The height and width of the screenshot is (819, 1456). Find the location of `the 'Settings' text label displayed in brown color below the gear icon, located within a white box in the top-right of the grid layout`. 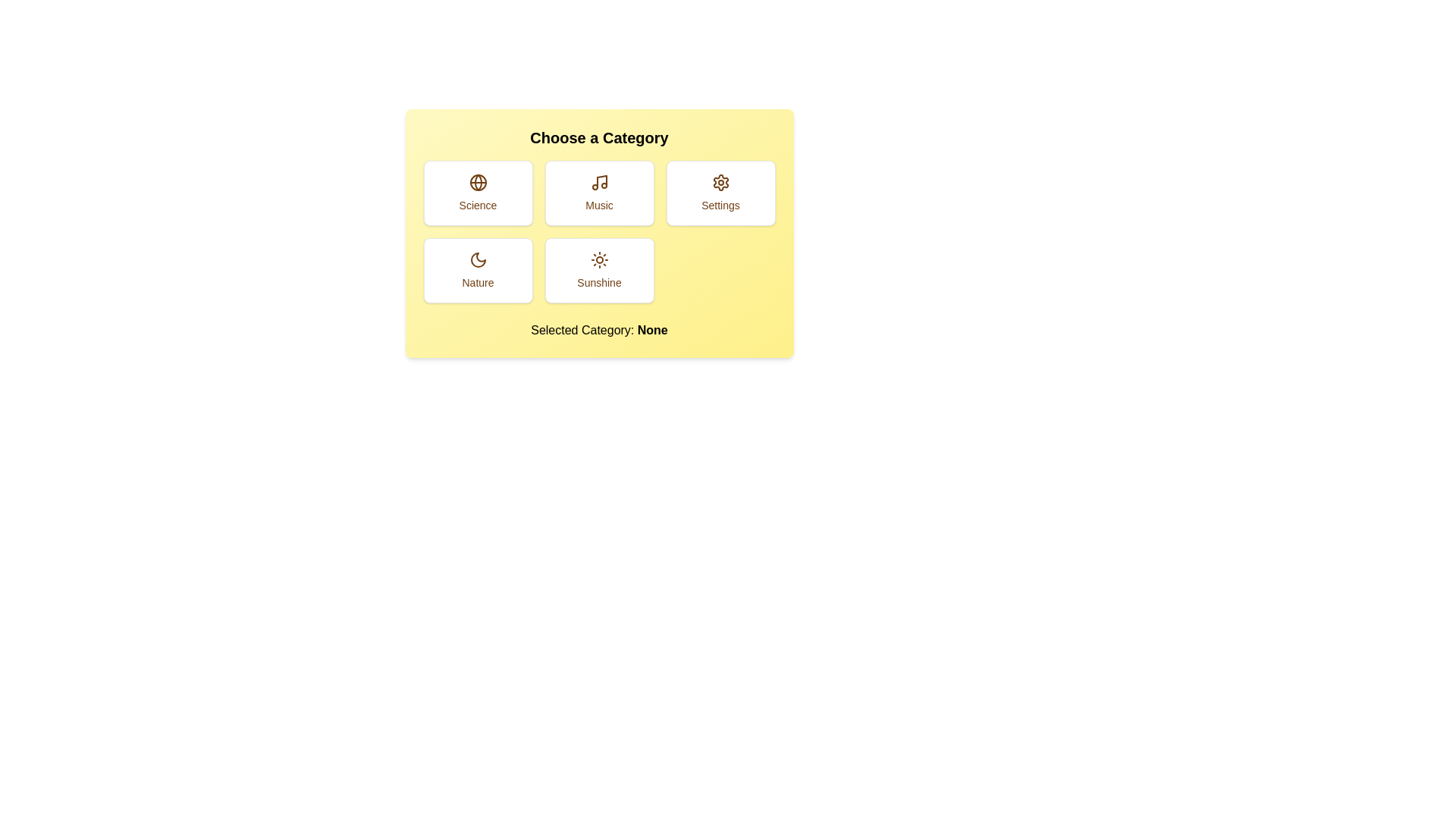

the 'Settings' text label displayed in brown color below the gear icon, located within a white box in the top-right of the grid layout is located at coordinates (720, 205).